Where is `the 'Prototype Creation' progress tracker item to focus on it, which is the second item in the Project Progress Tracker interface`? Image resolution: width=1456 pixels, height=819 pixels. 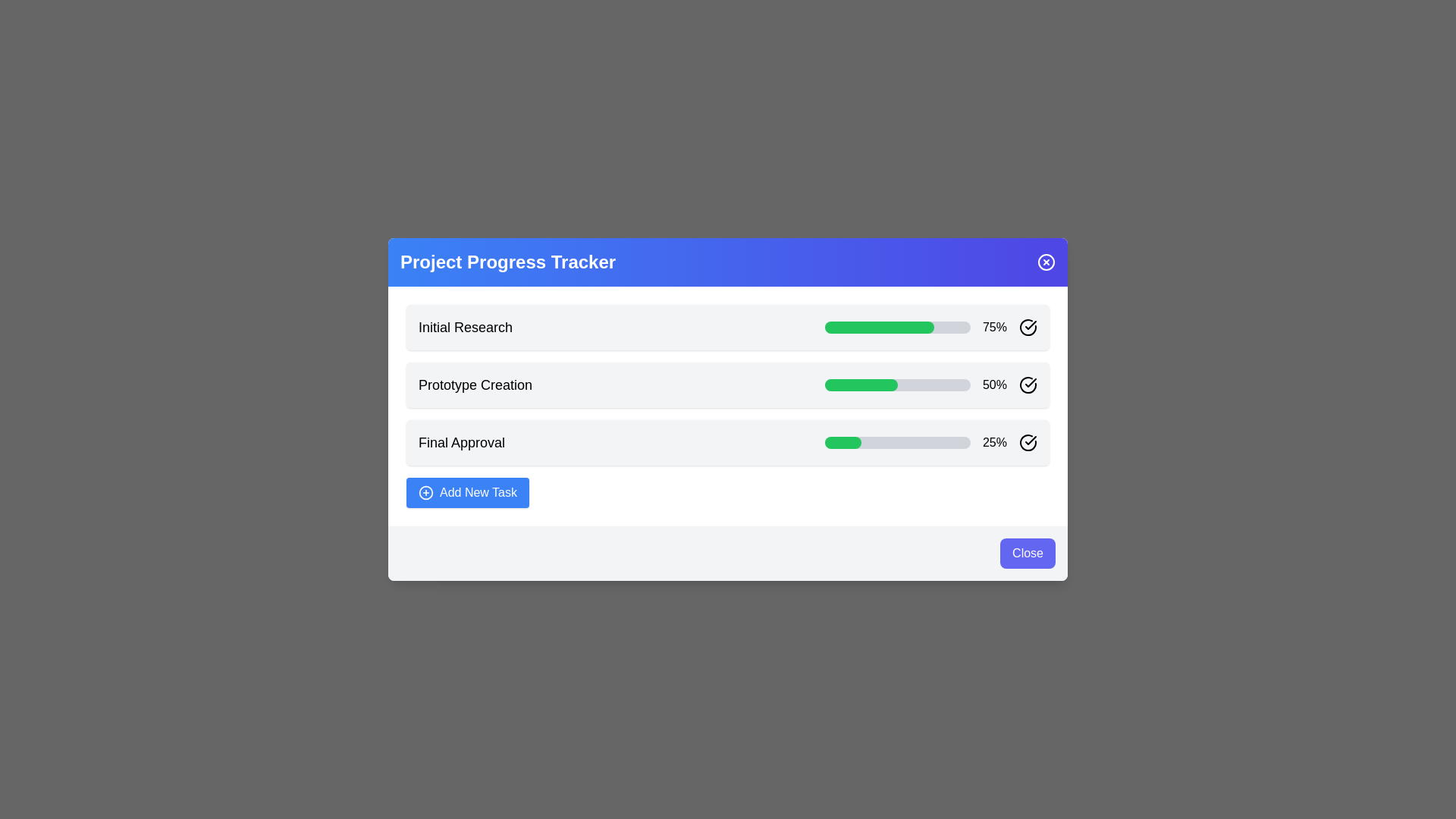
the 'Prototype Creation' progress tracker item to focus on it, which is the second item in the Project Progress Tracker interface is located at coordinates (728, 384).